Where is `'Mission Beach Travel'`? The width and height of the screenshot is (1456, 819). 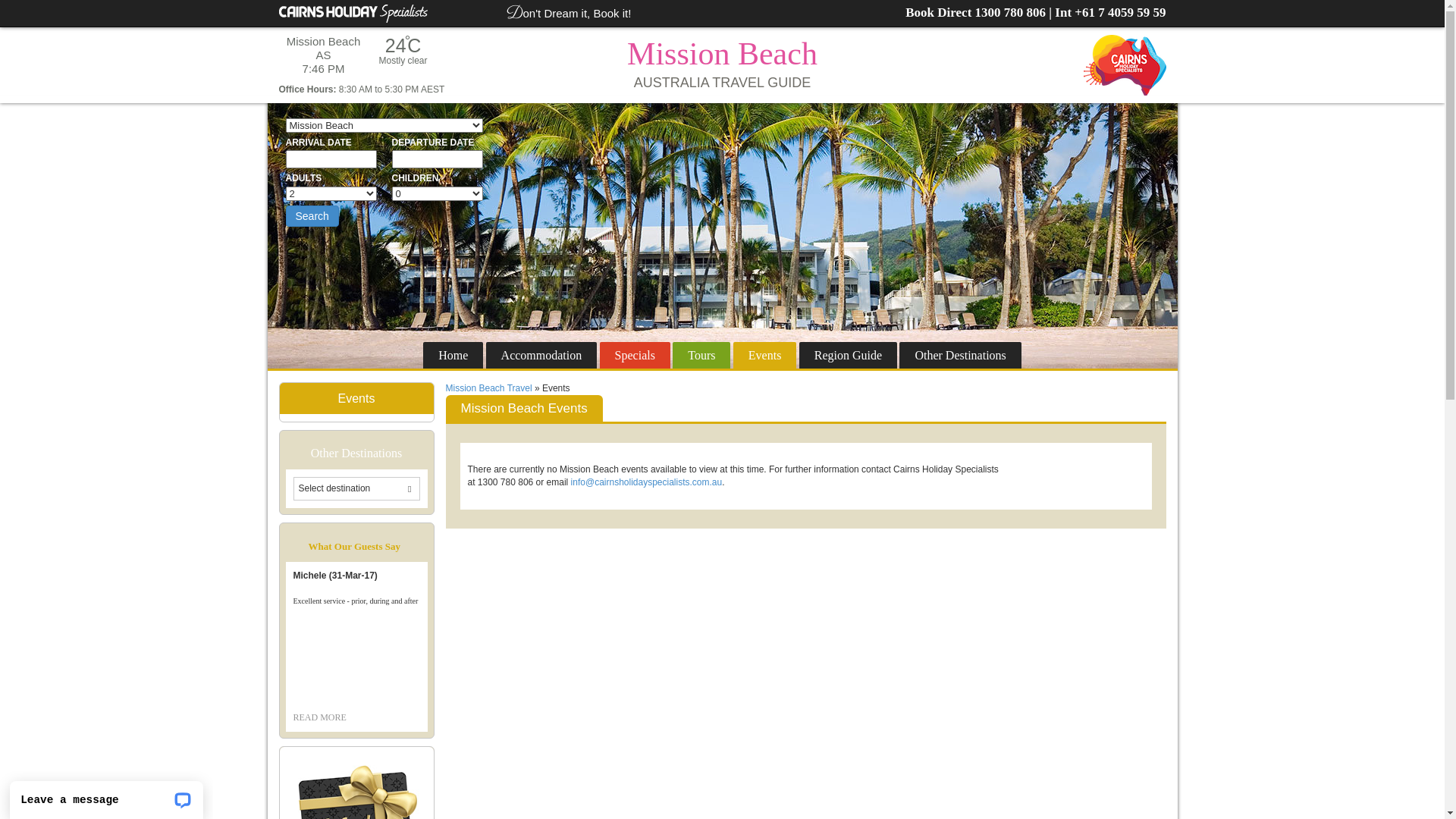
'Mission Beach Travel' is located at coordinates (488, 388).